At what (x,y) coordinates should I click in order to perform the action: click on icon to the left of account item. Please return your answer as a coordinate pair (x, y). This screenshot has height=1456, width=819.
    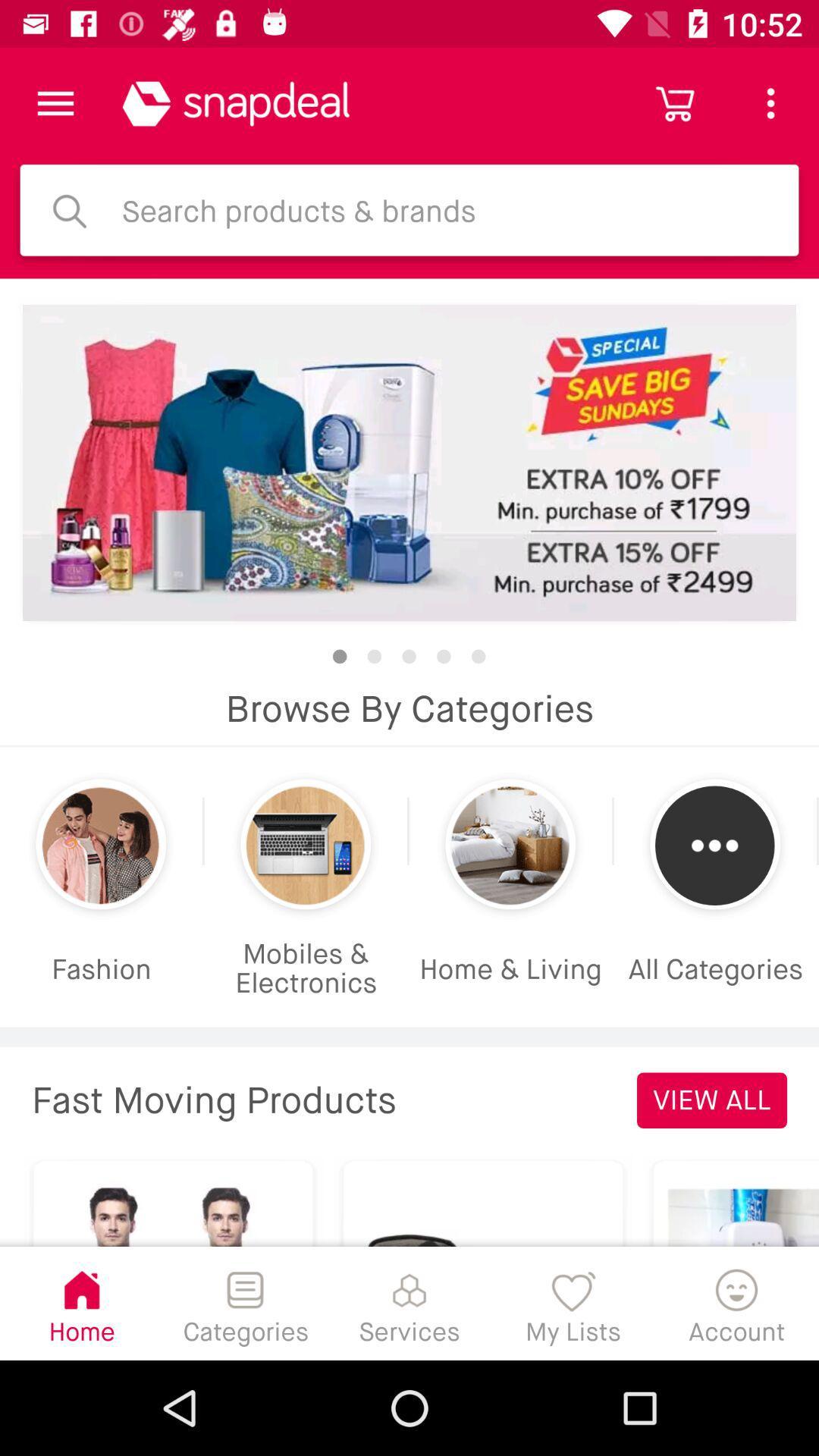
    Looking at the image, I should click on (573, 1302).